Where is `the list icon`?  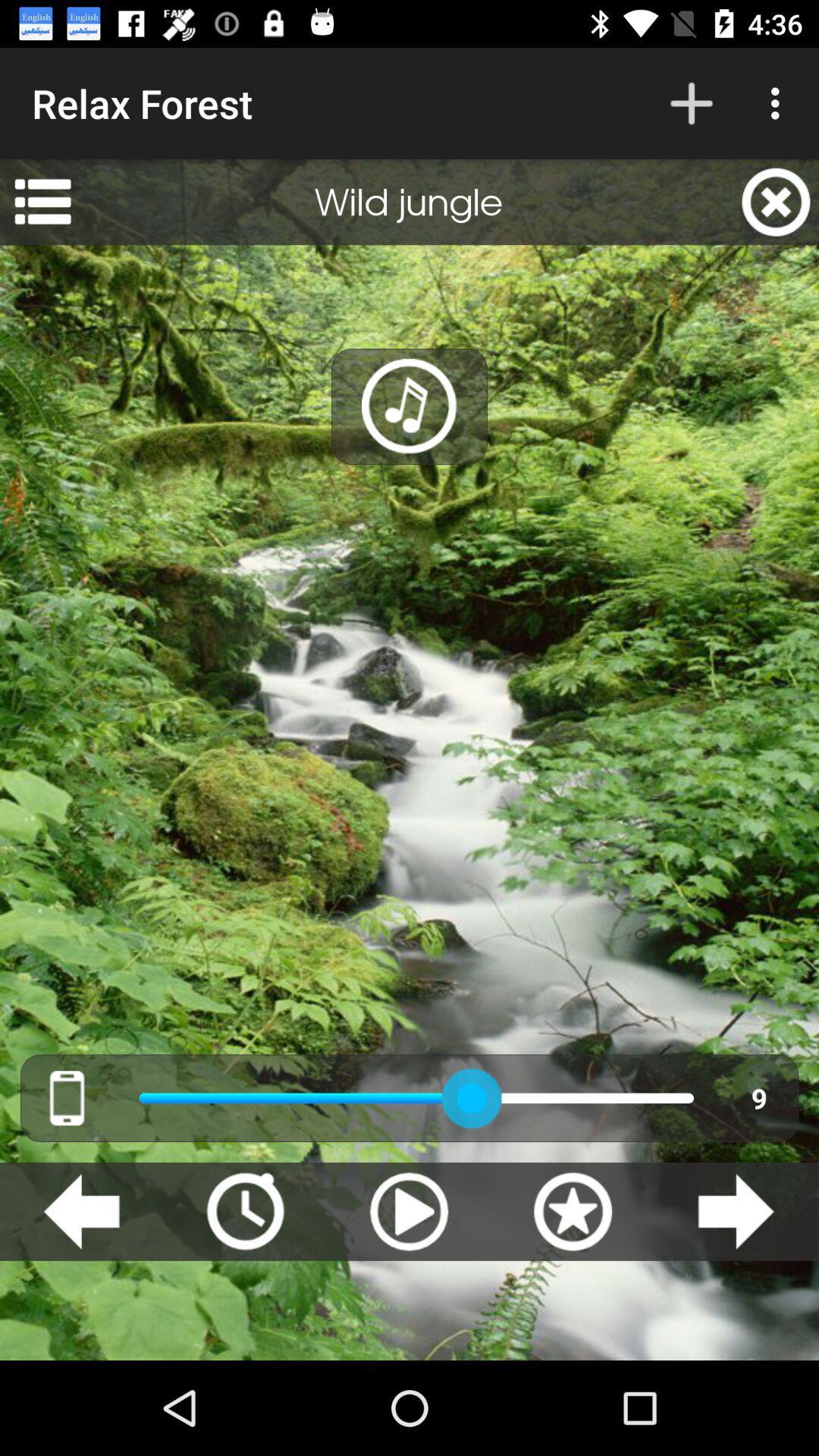 the list icon is located at coordinates (42, 201).